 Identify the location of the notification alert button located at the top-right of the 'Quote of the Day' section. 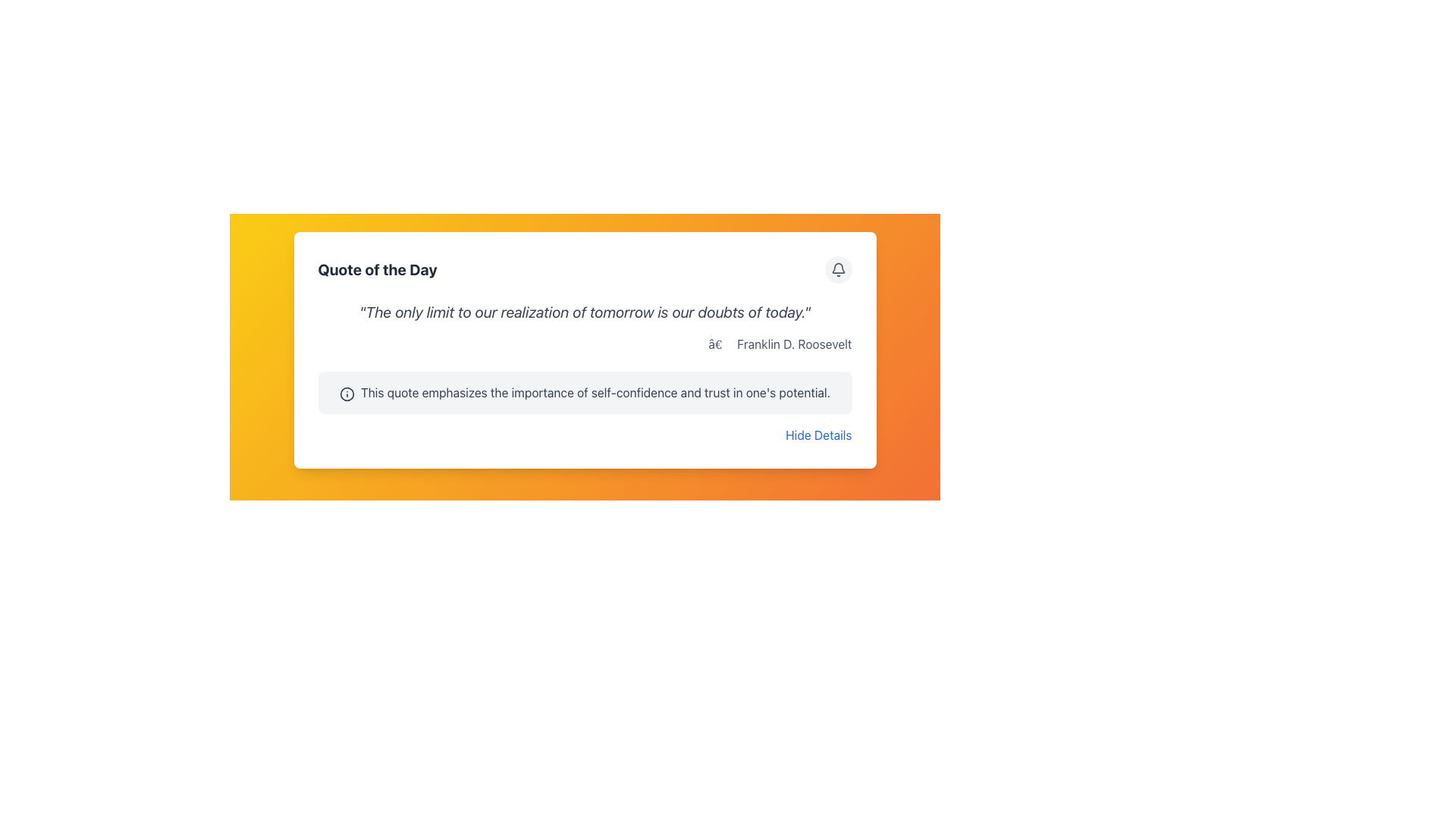
(837, 268).